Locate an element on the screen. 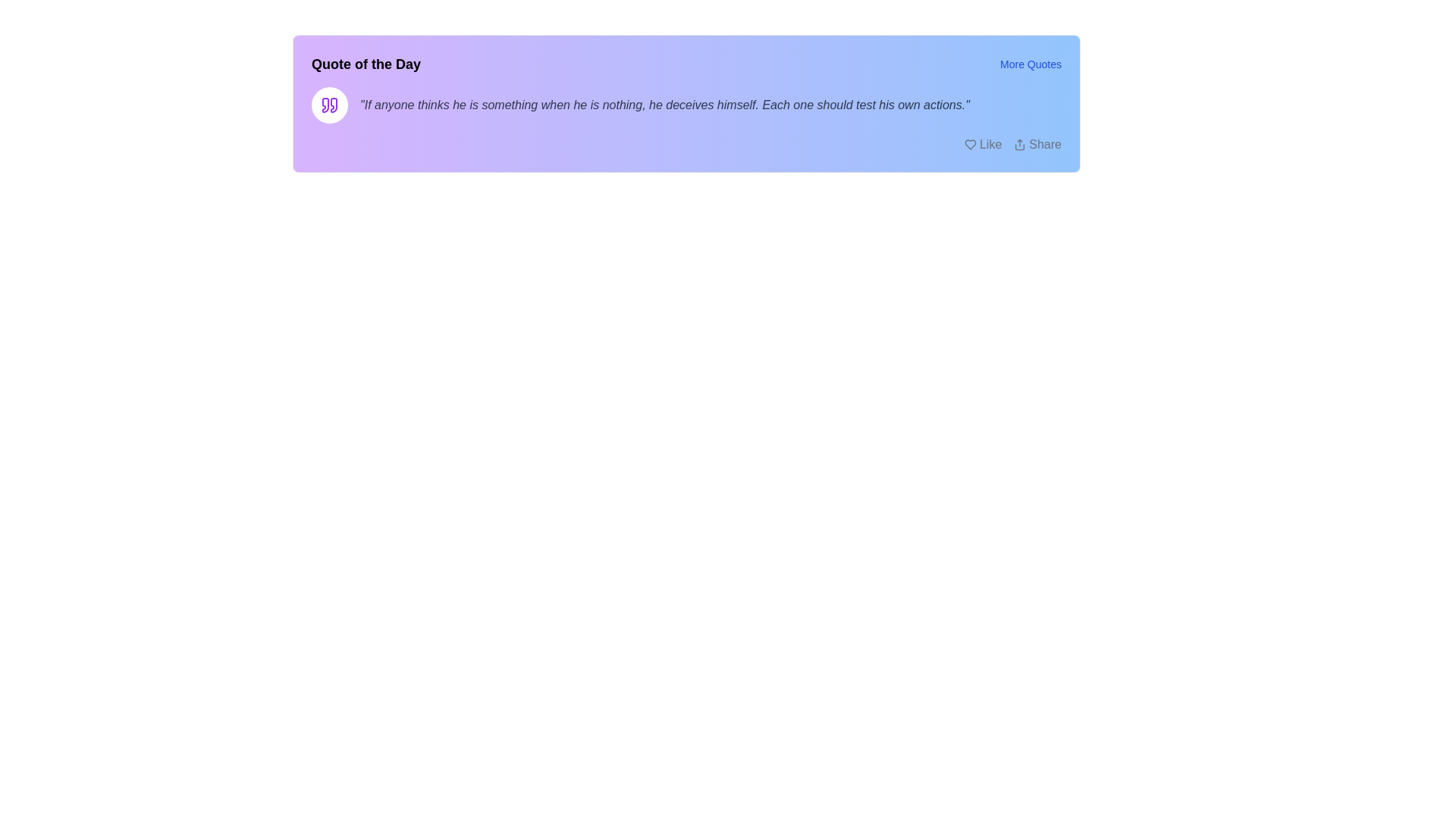 Image resolution: width=1456 pixels, height=819 pixels. the label indicating a liking action, which is positioned after the heart icon and before the 'Share' button is located at coordinates (990, 145).